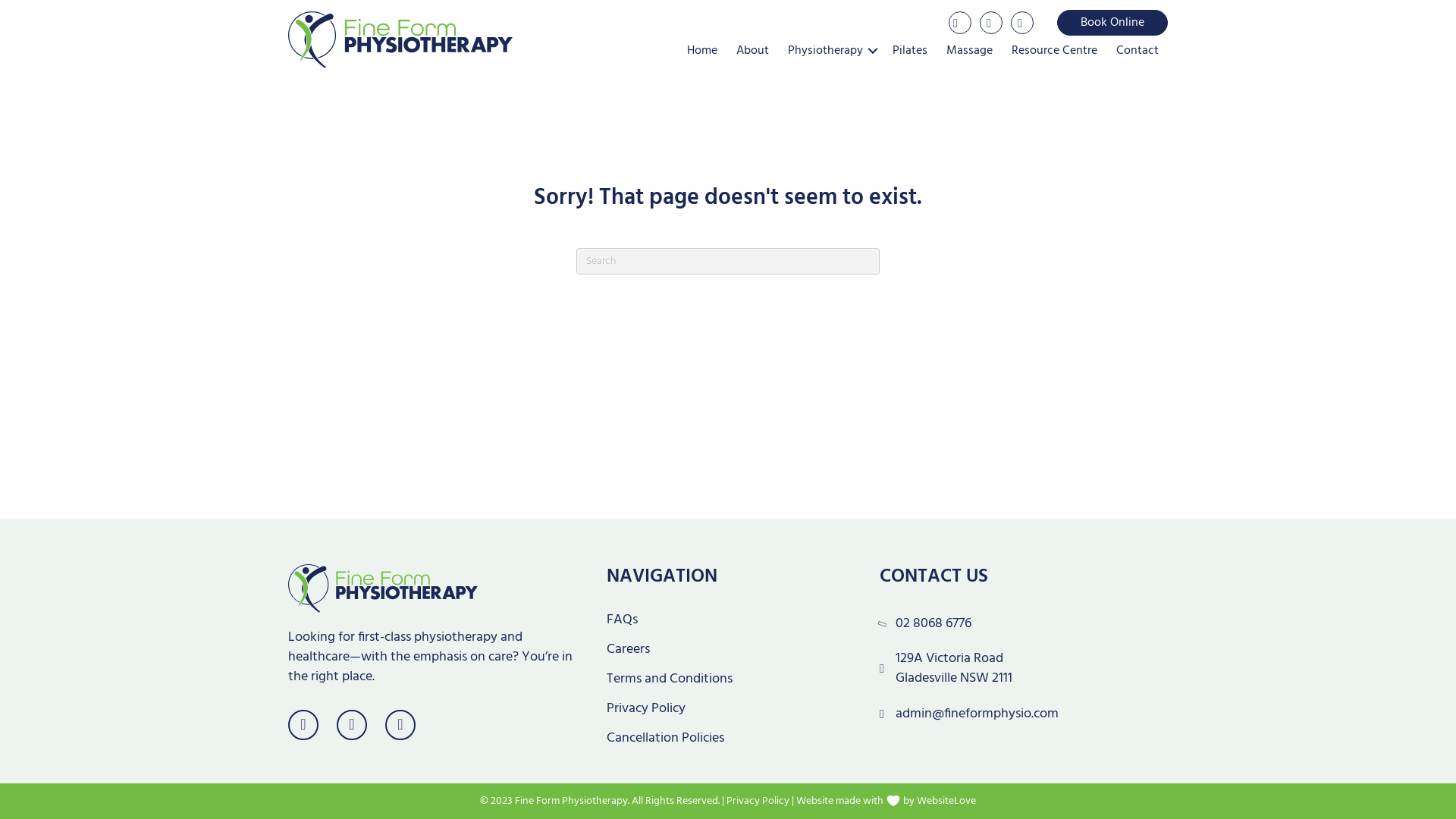 The image size is (1456, 819). Describe the element at coordinates (728, 260) in the screenshot. I see `'Type and press Enter to search.'` at that location.